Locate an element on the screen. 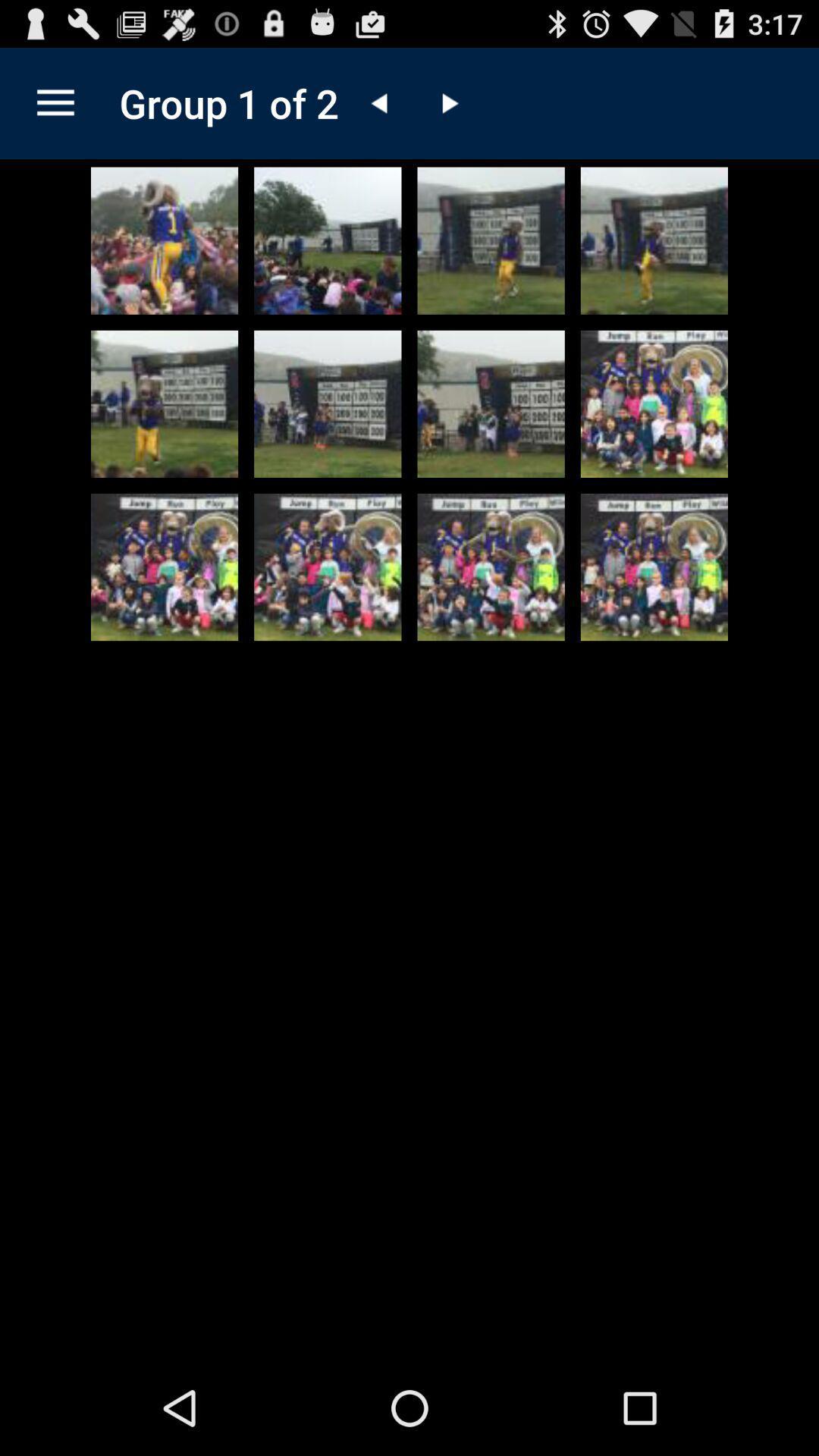 This screenshot has height=1456, width=819. expand picture is located at coordinates (165, 566).